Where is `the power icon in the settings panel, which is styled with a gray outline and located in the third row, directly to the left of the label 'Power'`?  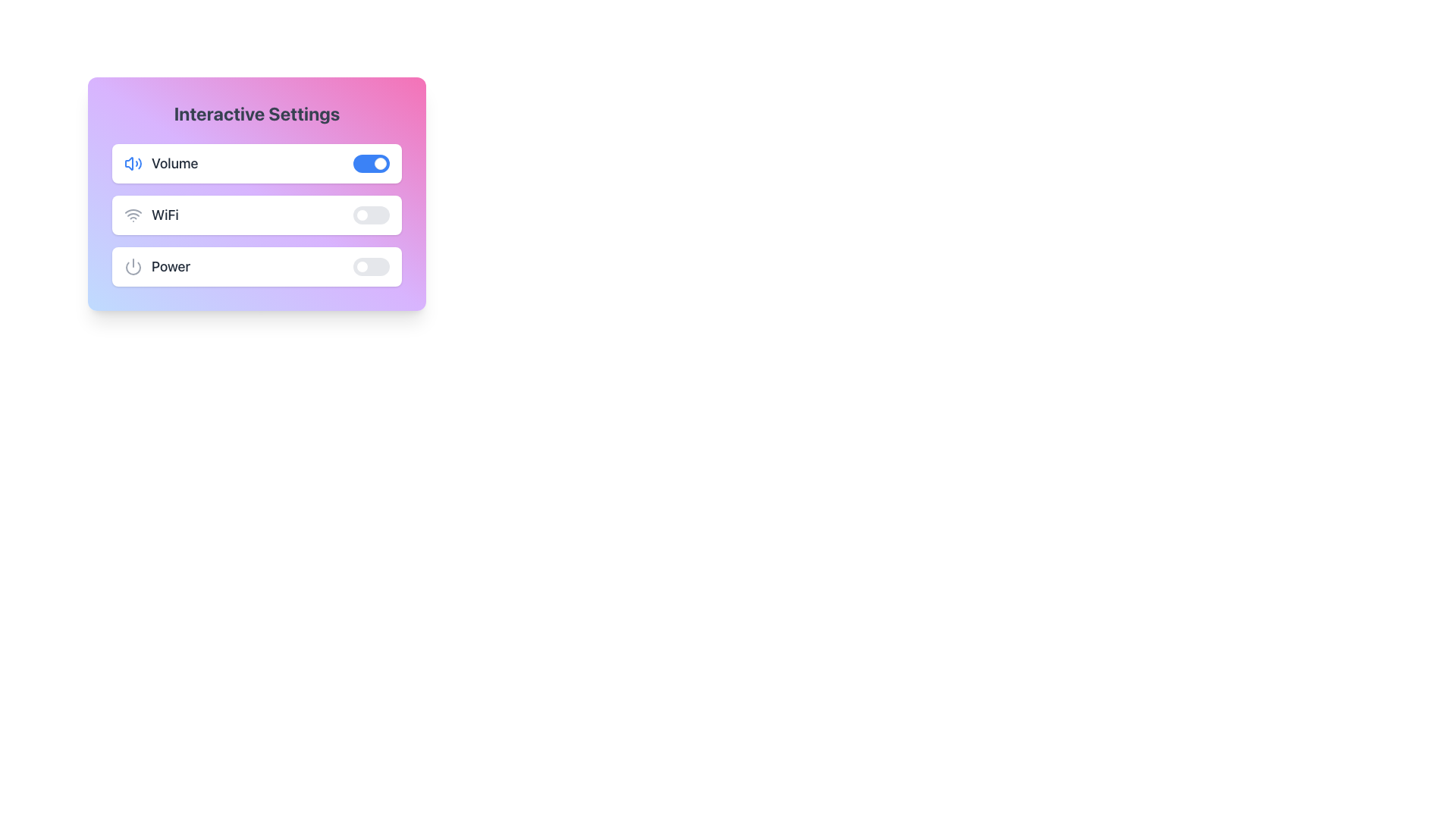
the power icon in the settings panel, which is styled with a gray outline and located in the third row, directly to the left of the label 'Power' is located at coordinates (133, 265).